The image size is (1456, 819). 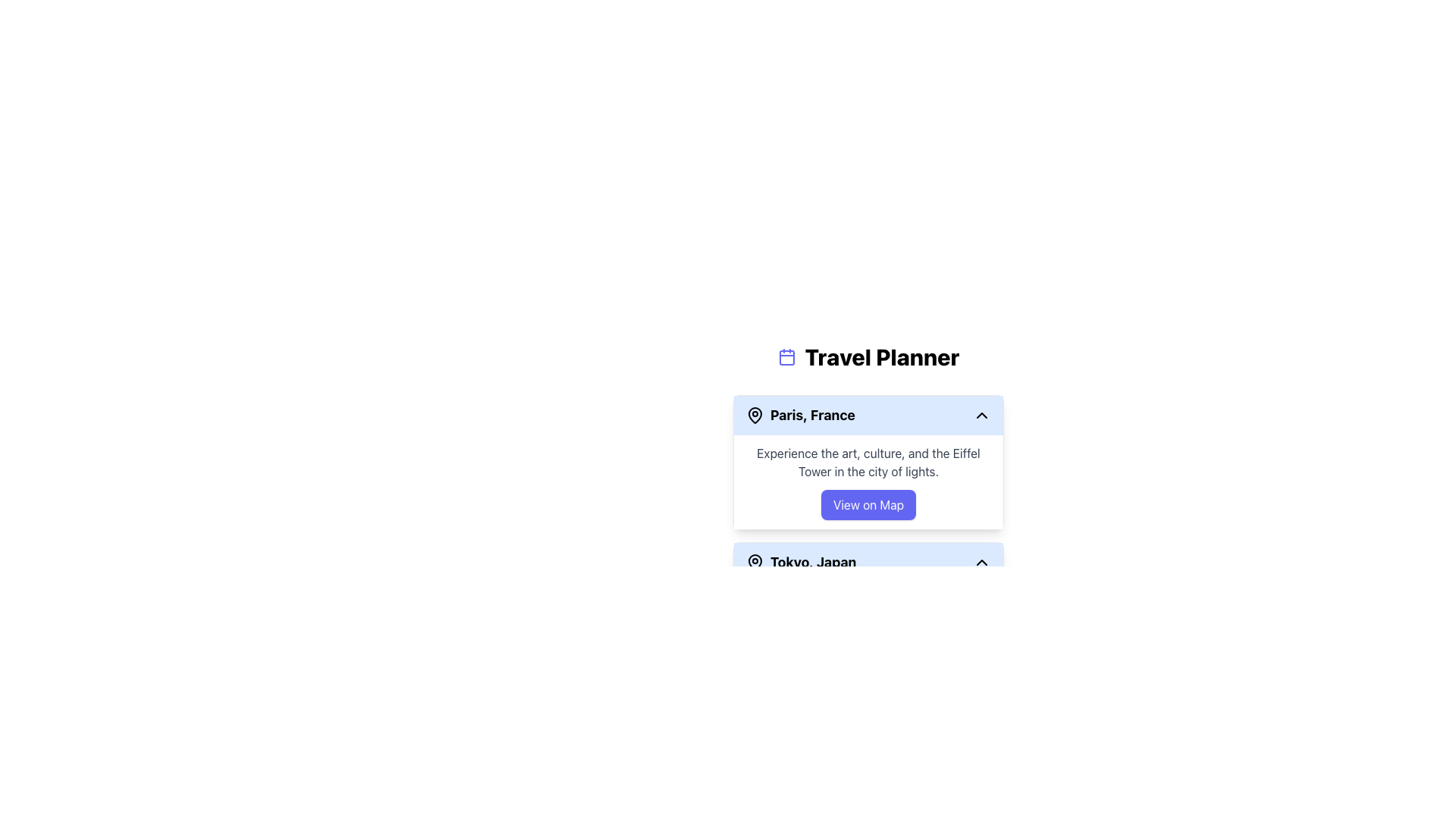 What do you see at coordinates (786, 356) in the screenshot?
I see `the calendar icon with a purple outline, which is positioned to the left of the 'Travel Planner' text in the header group` at bounding box center [786, 356].